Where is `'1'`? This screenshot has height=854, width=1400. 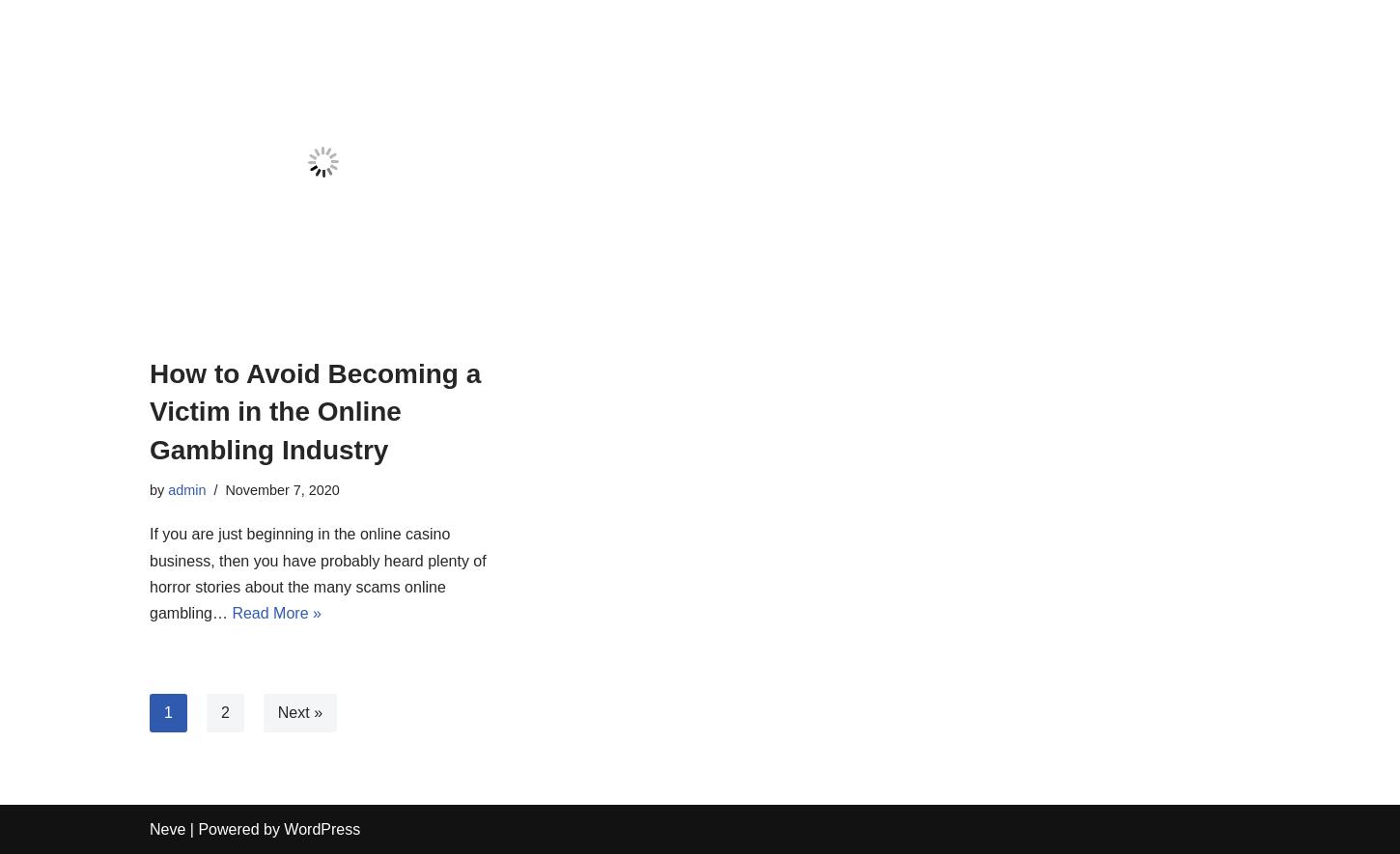
'1' is located at coordinates (167, 712).